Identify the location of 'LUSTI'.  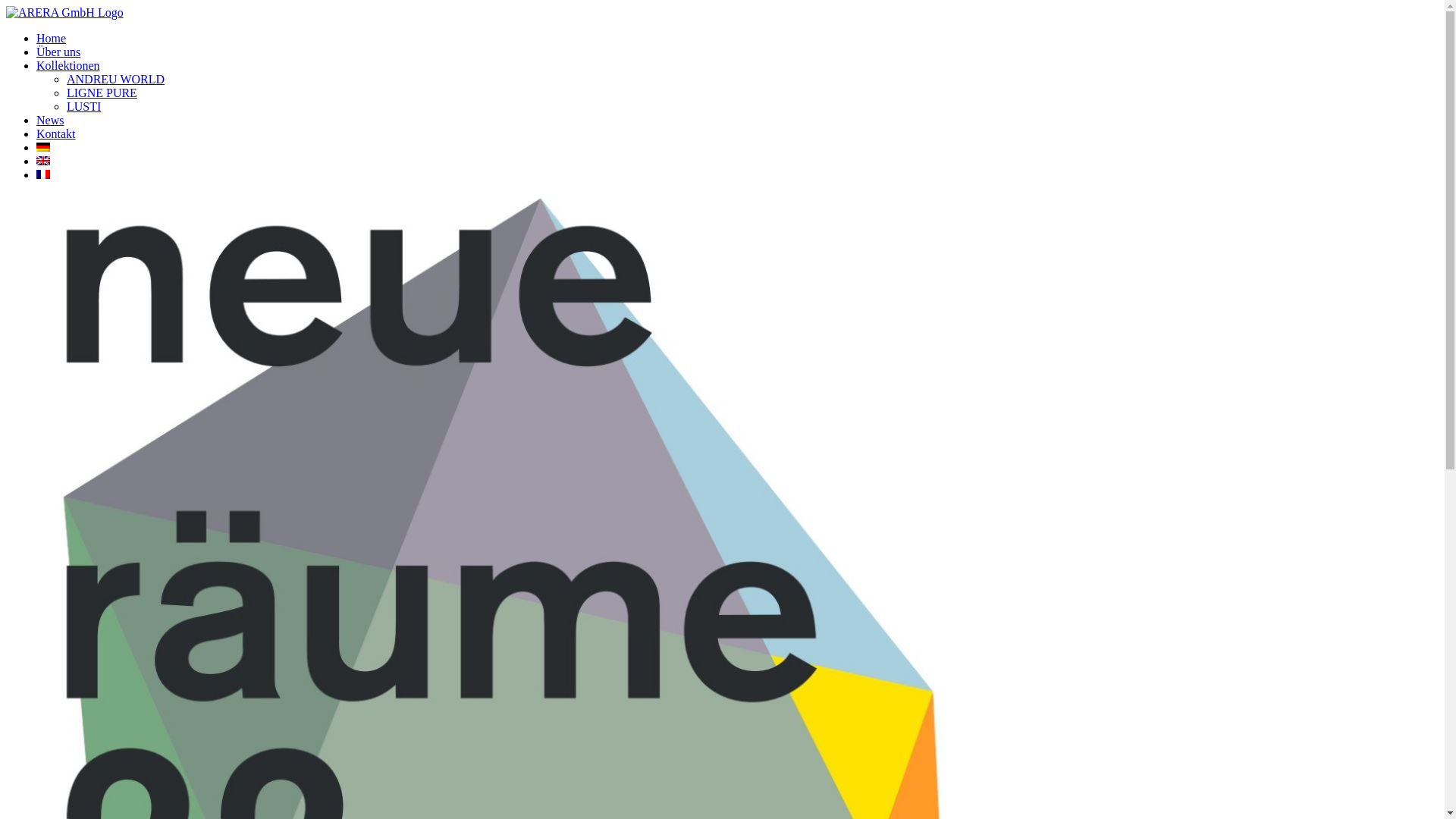
(65, 105).